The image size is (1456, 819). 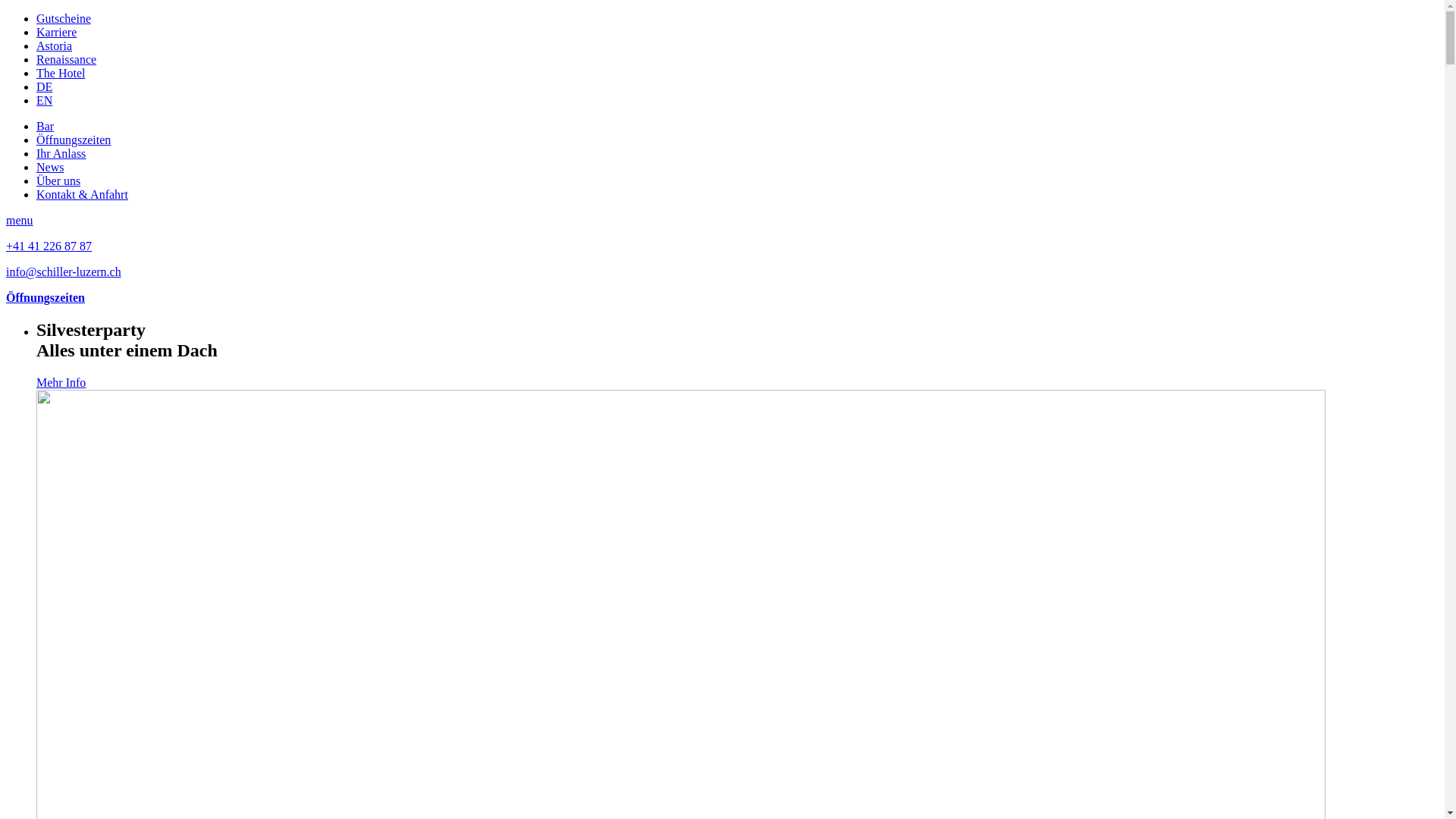 What do you see at coordinates (19, 220) in the screenshot?
I see `'menu'` at bounding box center [19, 220].